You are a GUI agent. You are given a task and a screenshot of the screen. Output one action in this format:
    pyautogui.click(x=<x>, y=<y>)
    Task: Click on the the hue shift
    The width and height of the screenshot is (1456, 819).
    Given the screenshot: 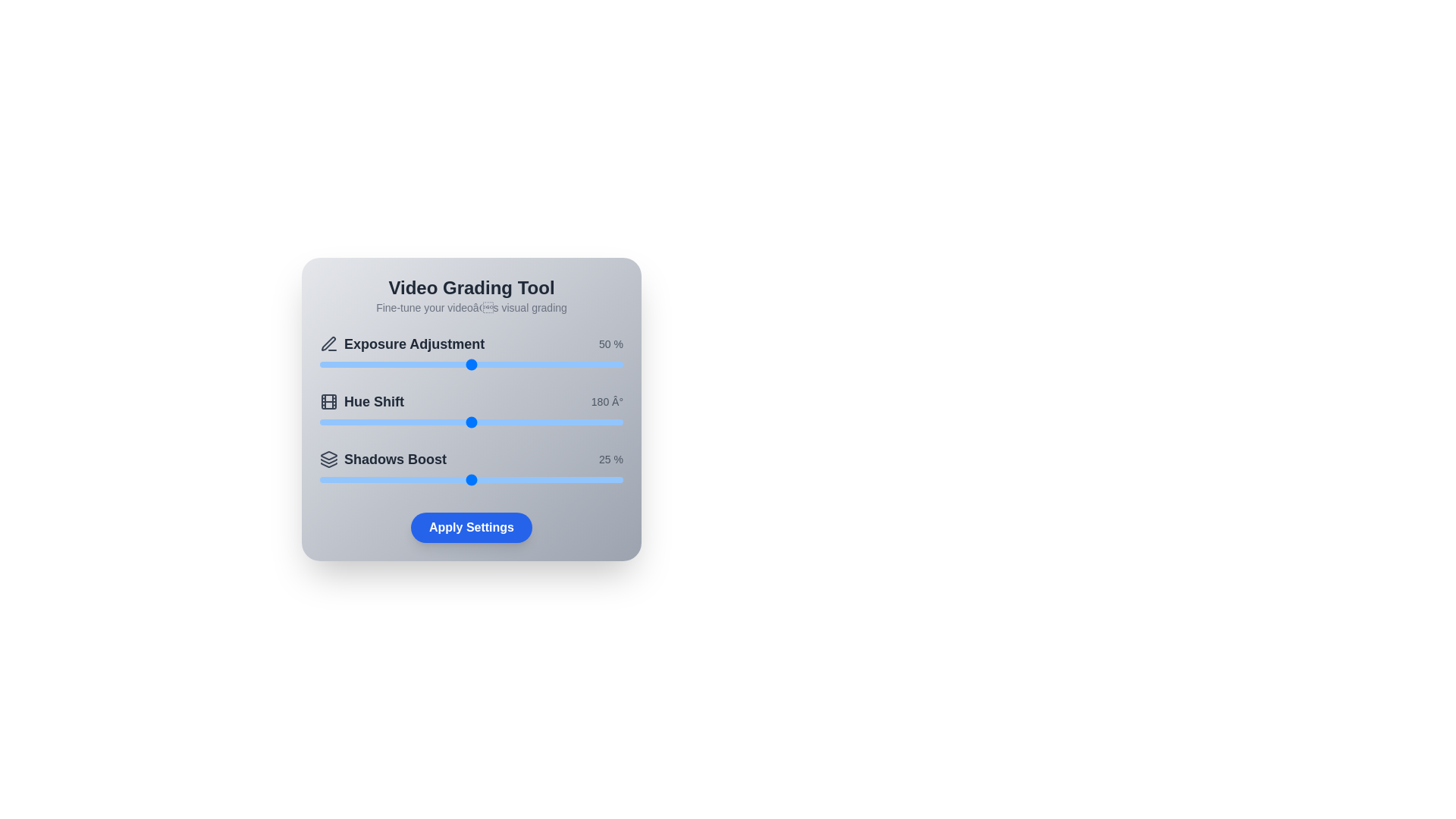 What is the action you would take?
    pyautogui.click(x=505, y=422)
    